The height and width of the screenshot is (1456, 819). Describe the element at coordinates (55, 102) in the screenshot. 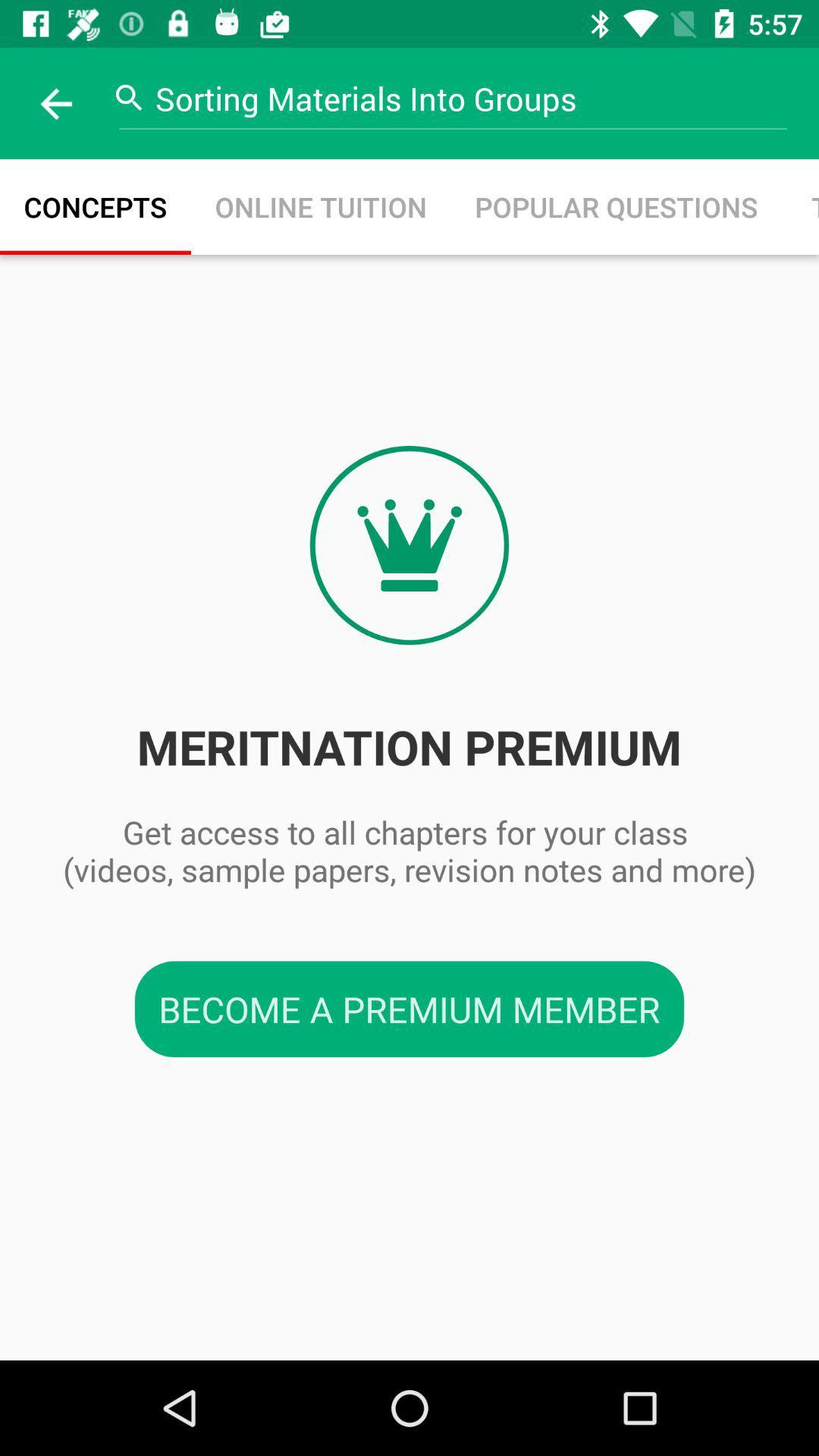

I see `the icon above the concepts` at that location.